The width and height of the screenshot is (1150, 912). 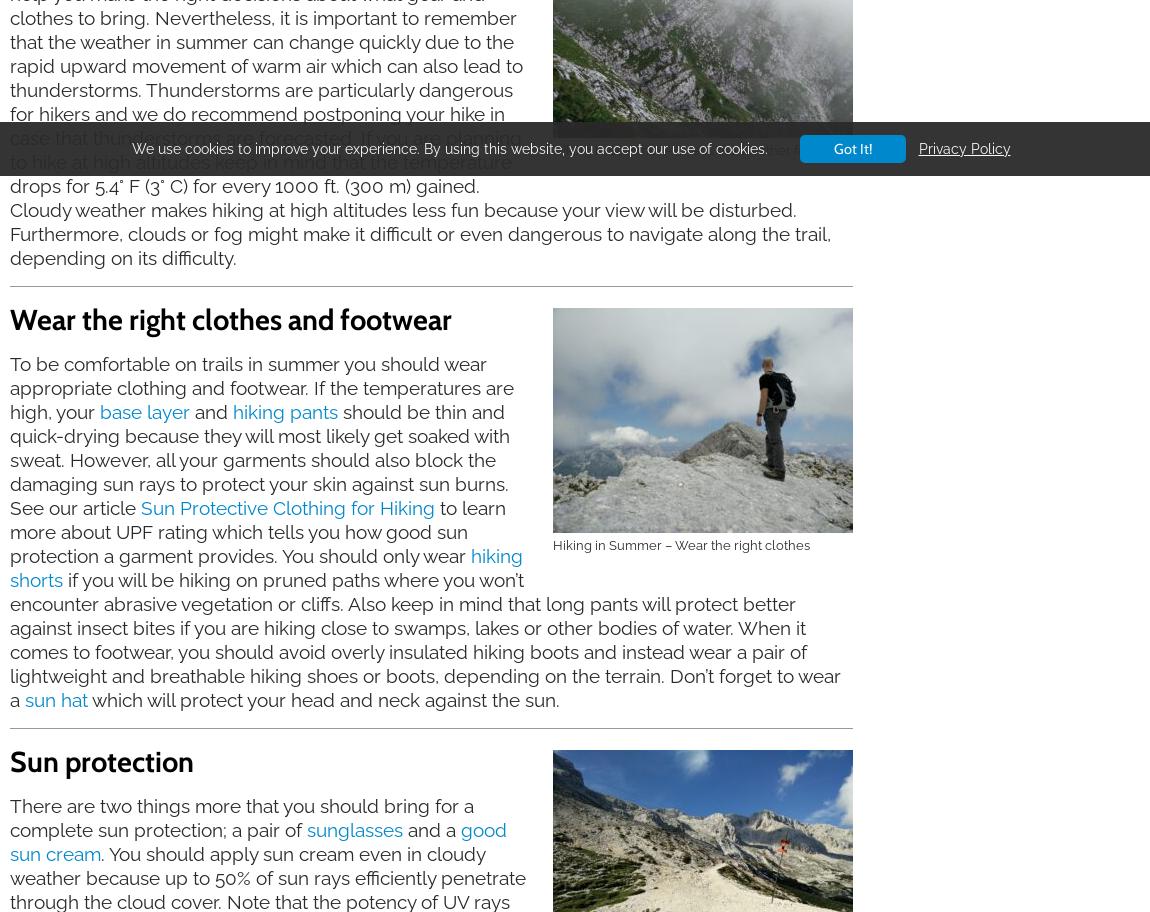 What do you see at coordinates (265, 566) in the screenshot?
I see `'hiking shorts'` at bounding box center [265, 566].